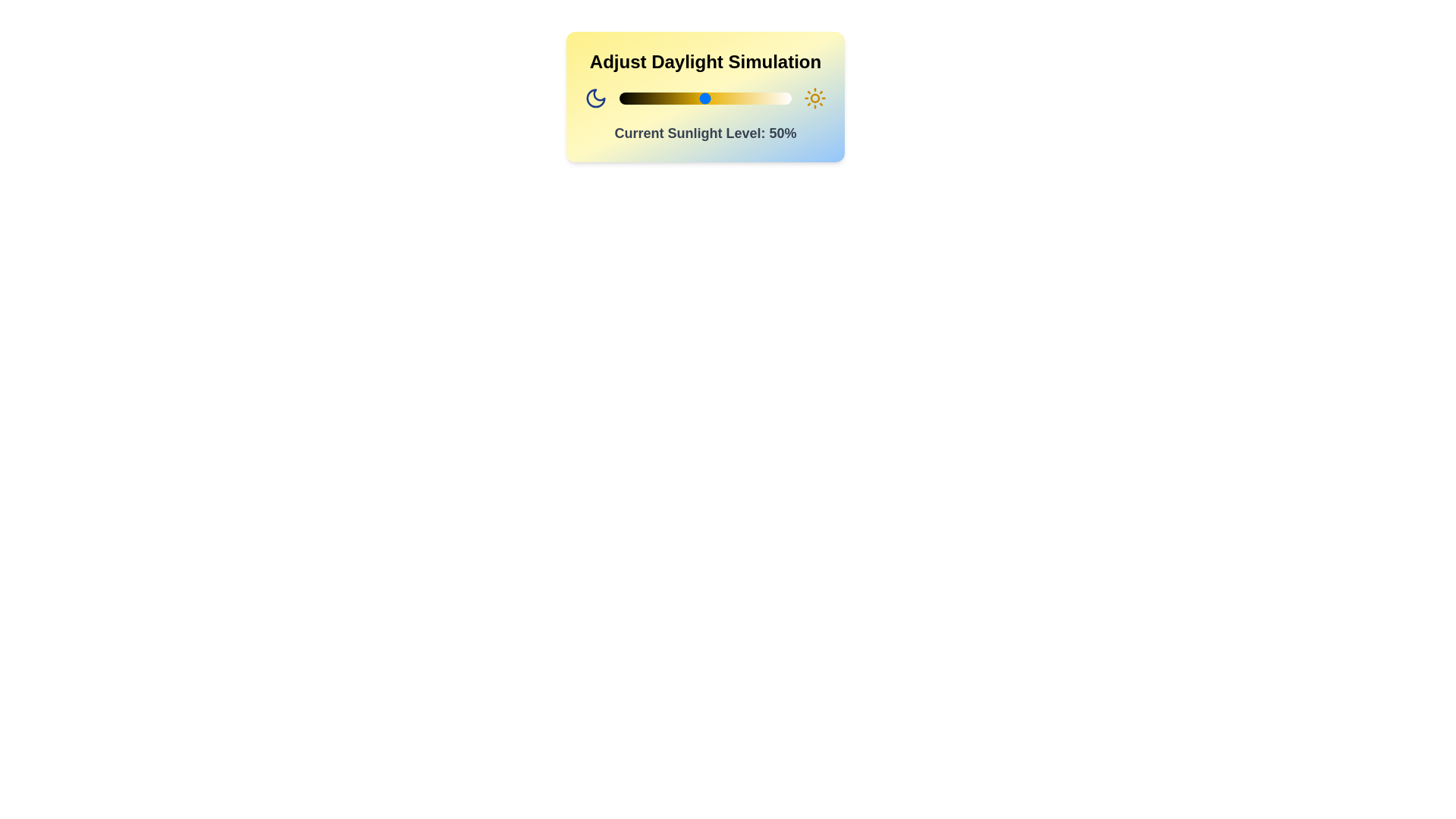 This screenshot has width=1456, height=819. I want to click on the Sun icon to adjust the daylight simulation, so click(814, 99).